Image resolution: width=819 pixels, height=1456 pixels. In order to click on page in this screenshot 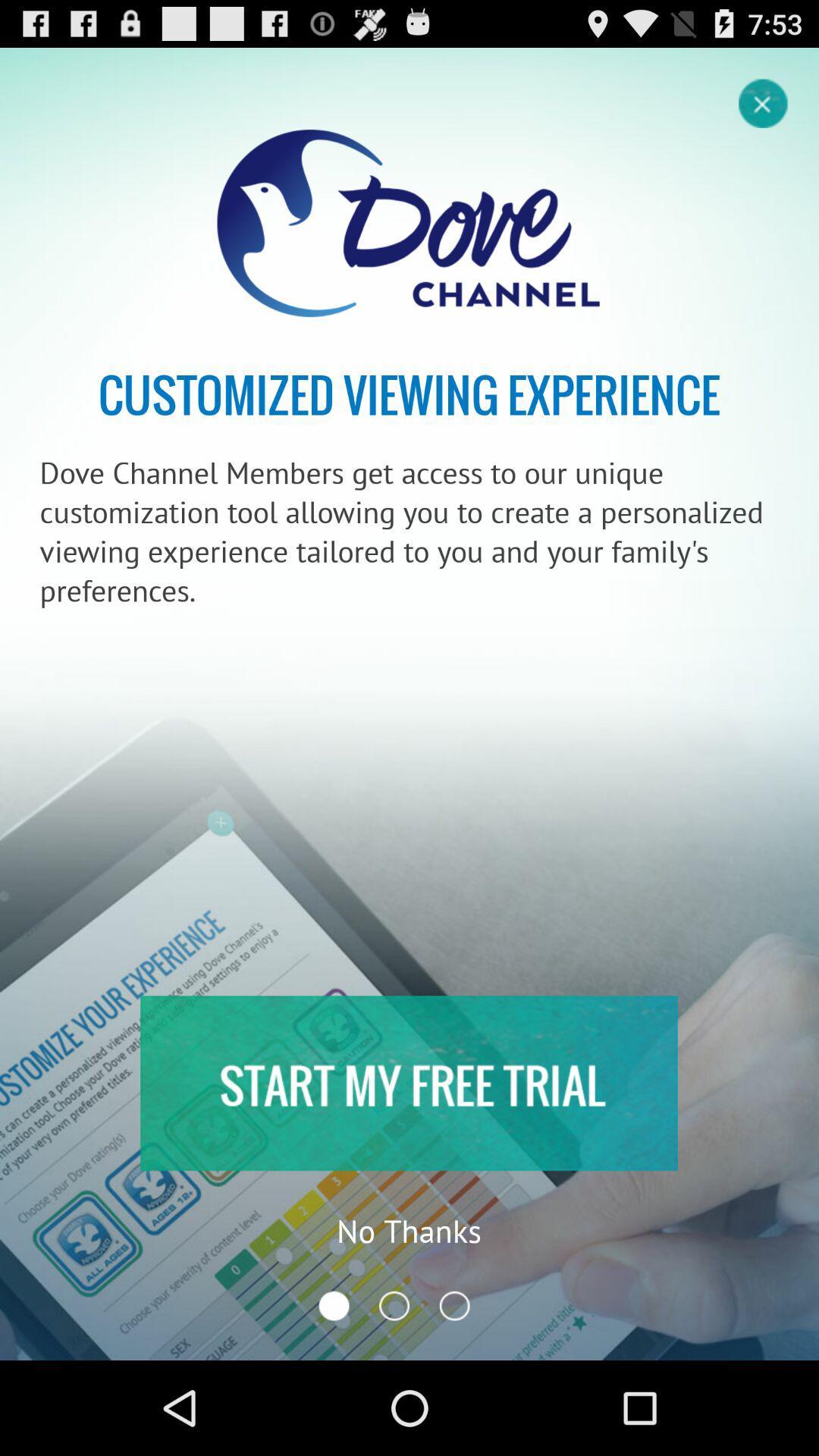, I will do `click(764, 102)`.